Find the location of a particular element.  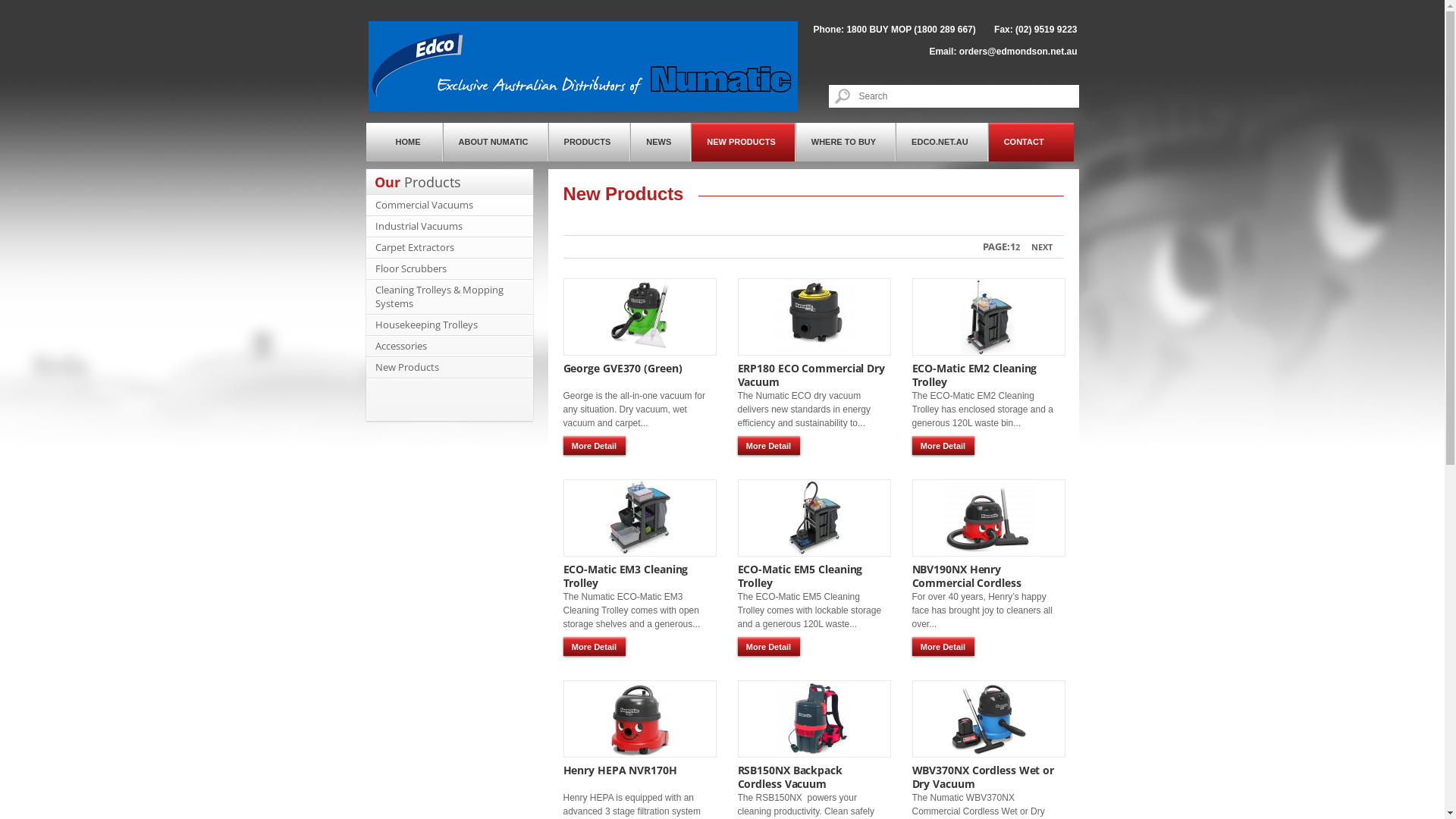

'Commercial Vacuums' is located at coordinates (423, 205).